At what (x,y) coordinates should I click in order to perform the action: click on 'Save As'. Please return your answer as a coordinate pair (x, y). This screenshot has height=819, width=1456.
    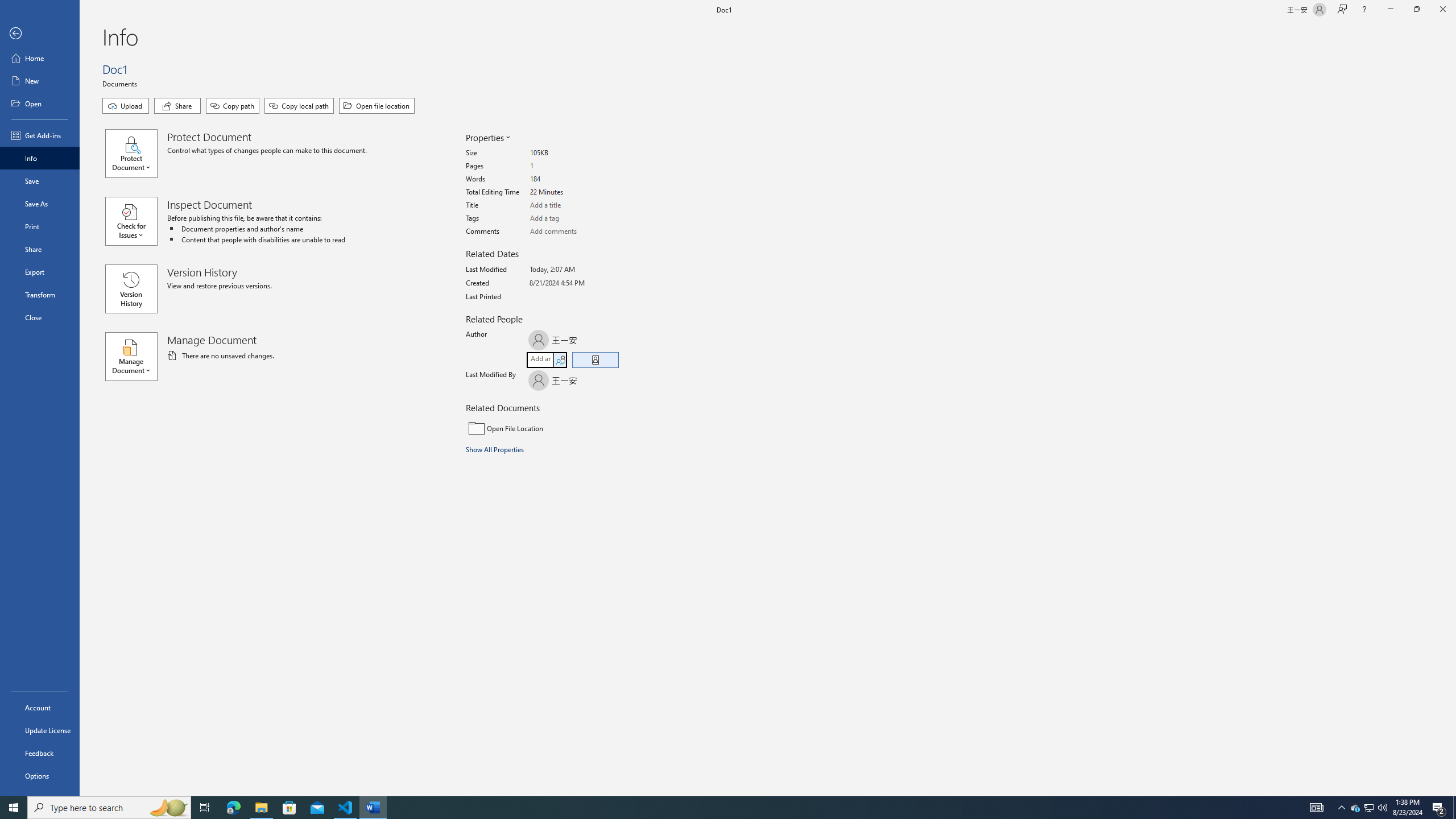
    Looking at the image, I should click on (39, 202).